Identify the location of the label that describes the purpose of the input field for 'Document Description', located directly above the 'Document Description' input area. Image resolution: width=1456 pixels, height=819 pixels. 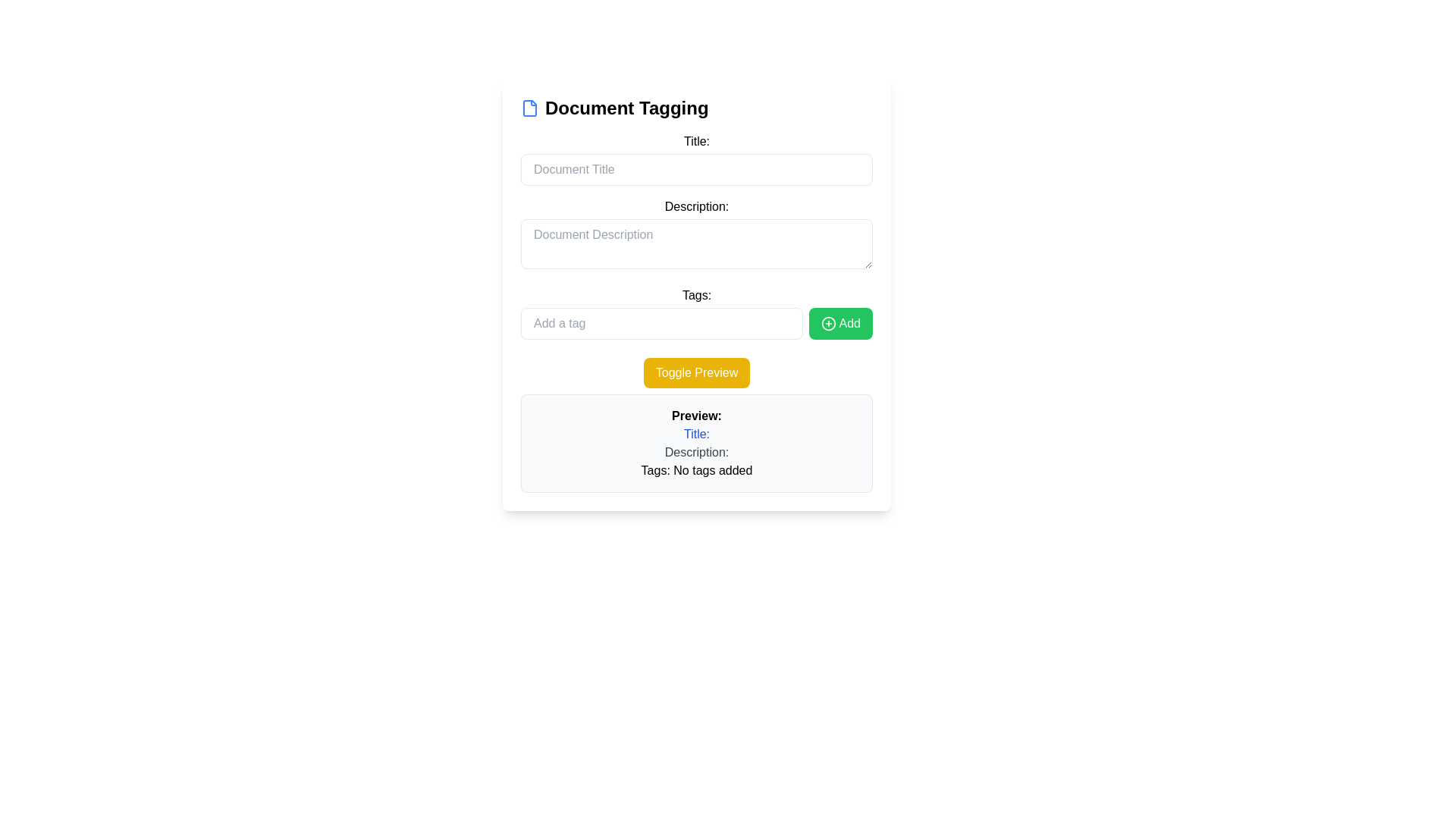
(695, 207).